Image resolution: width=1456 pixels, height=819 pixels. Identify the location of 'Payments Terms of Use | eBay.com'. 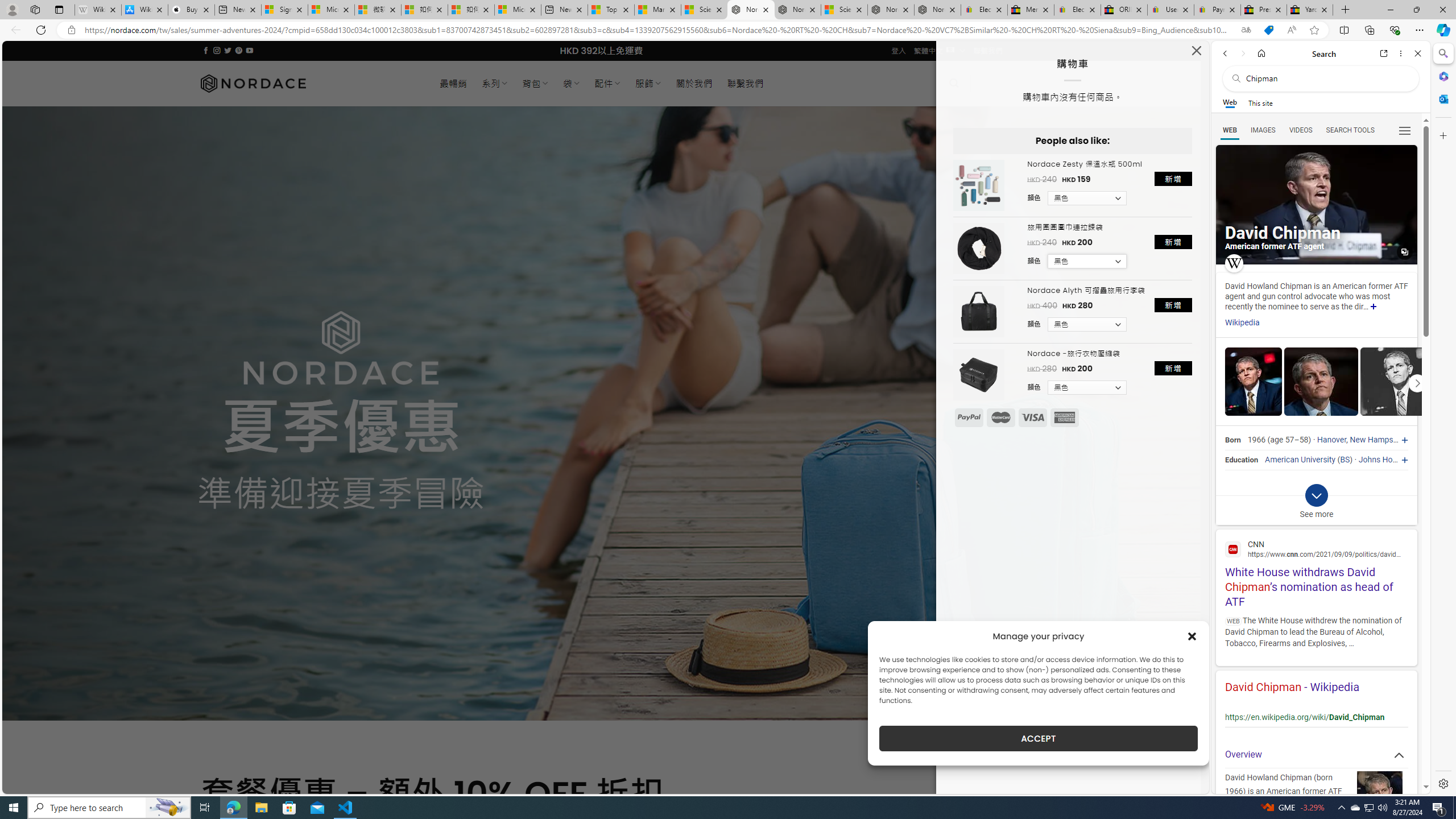
(1217, 9).